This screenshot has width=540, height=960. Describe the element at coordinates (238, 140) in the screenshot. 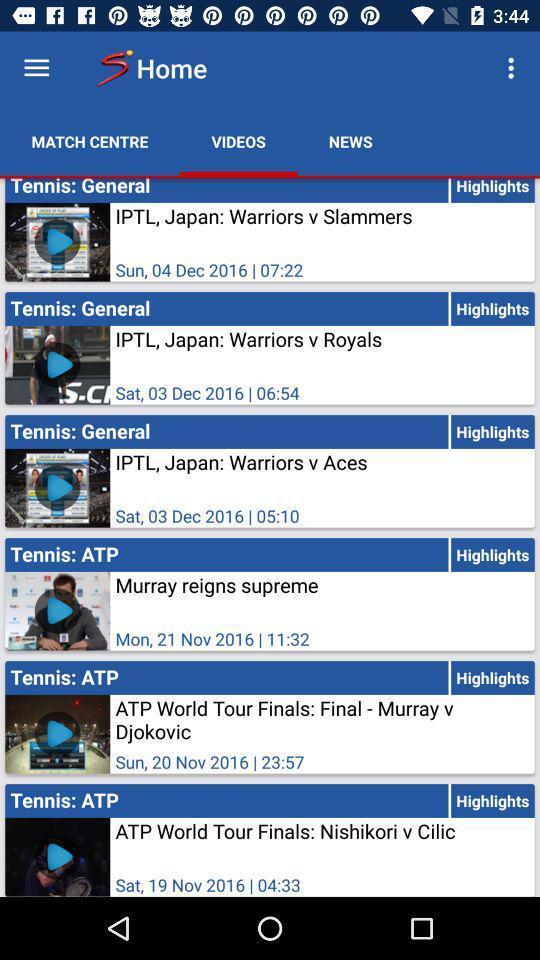

I see `the icon next to match centre item` at that location.